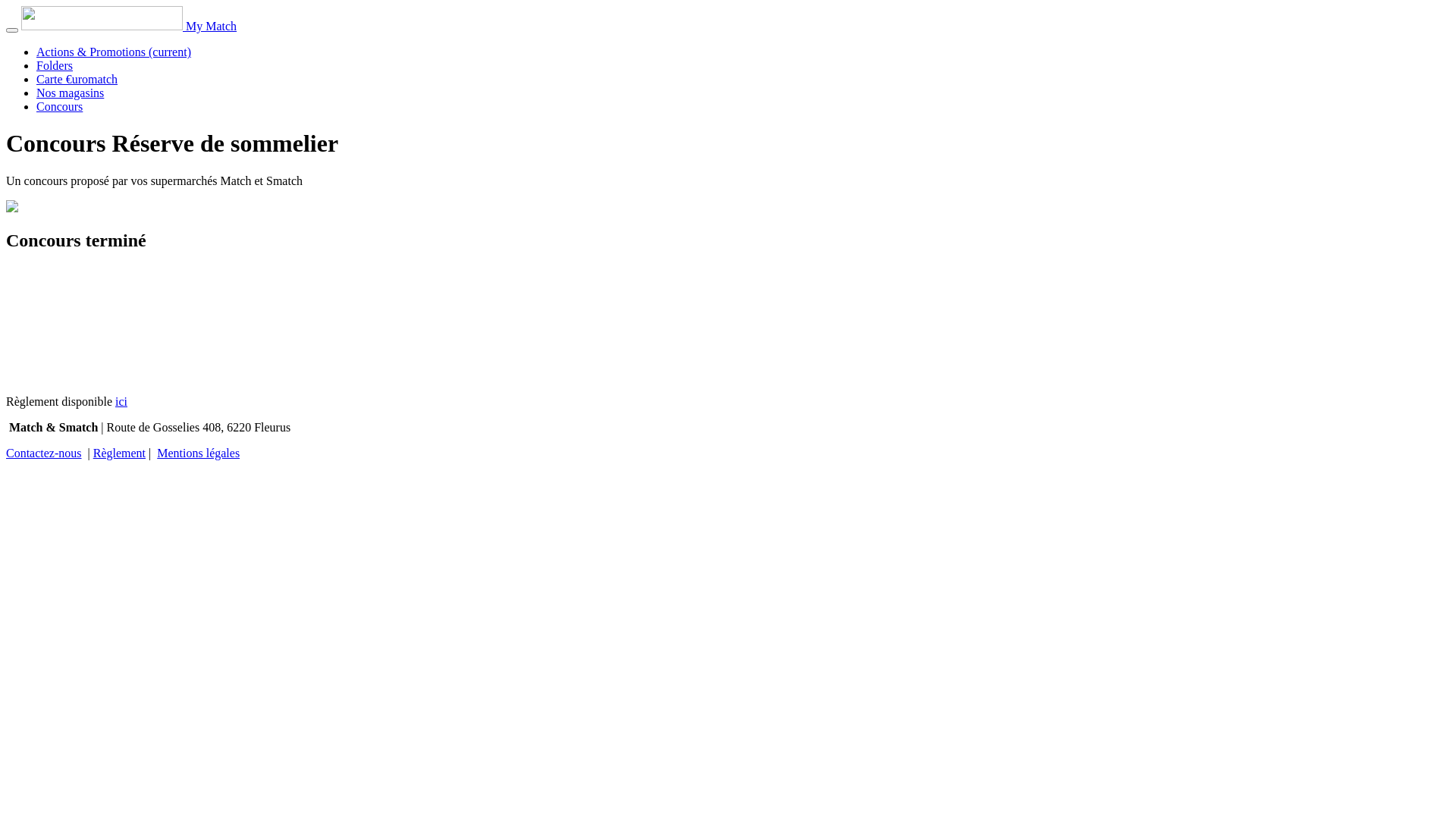 The image size is (1456, 819). Describe the element at coordinates (69, 93) in the screenshot. I see `'Nos magasins'` at that location.